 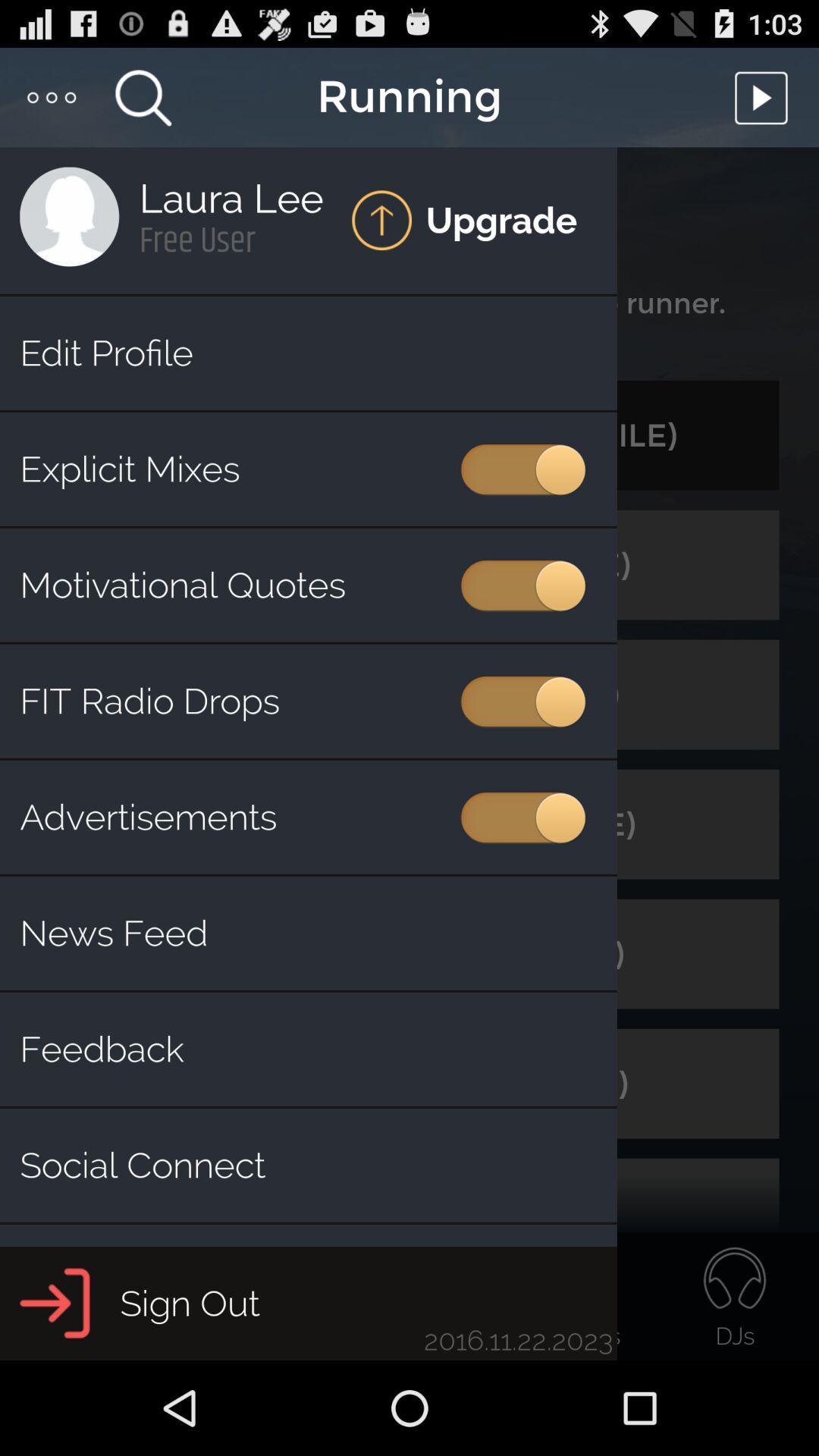 What do you see at coordinates (143, 103) in the screenshot?
I see `the search icon` at bounding box center [143, 103].